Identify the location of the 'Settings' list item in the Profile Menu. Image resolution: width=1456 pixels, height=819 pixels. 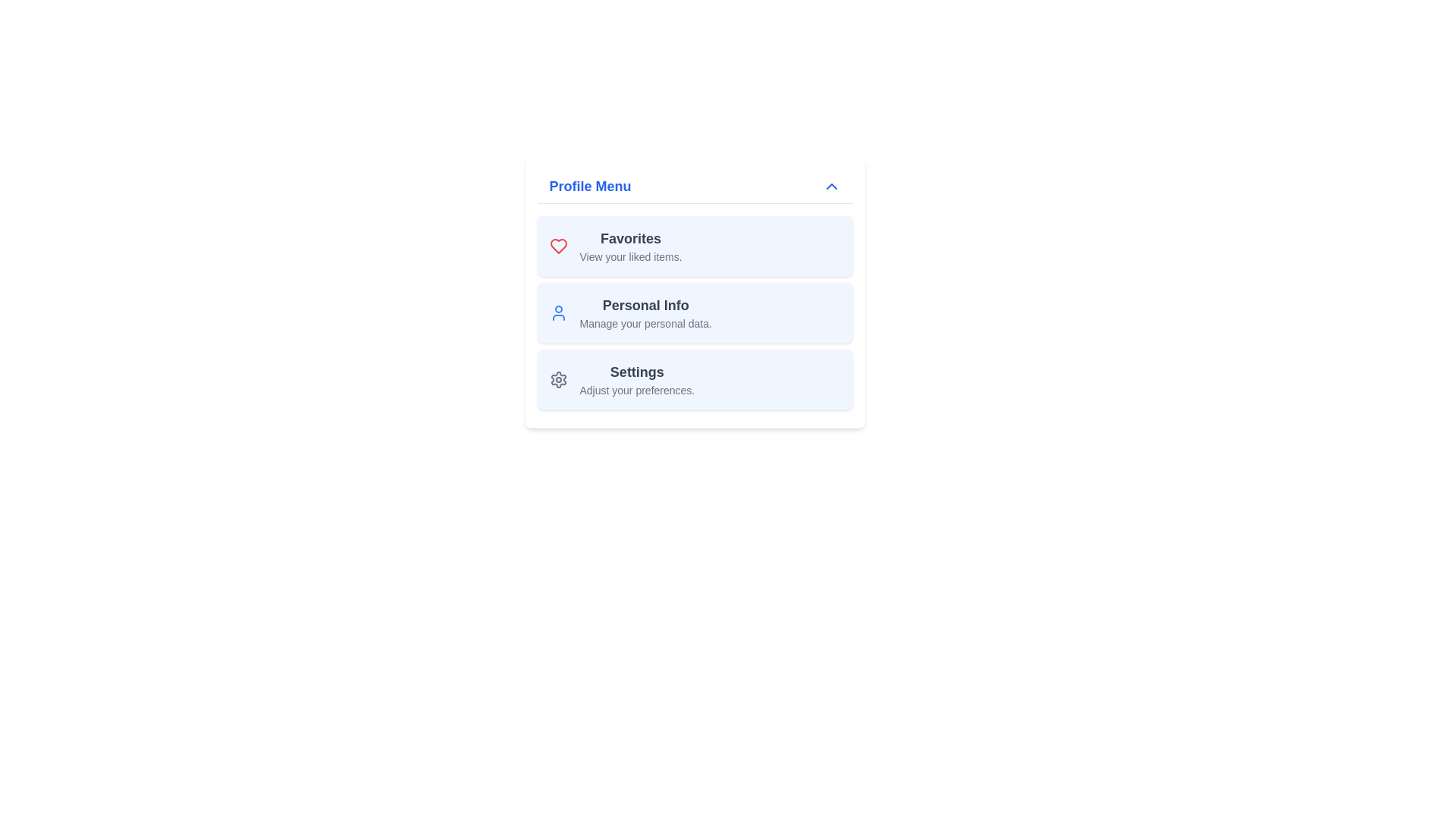
(637, 379).